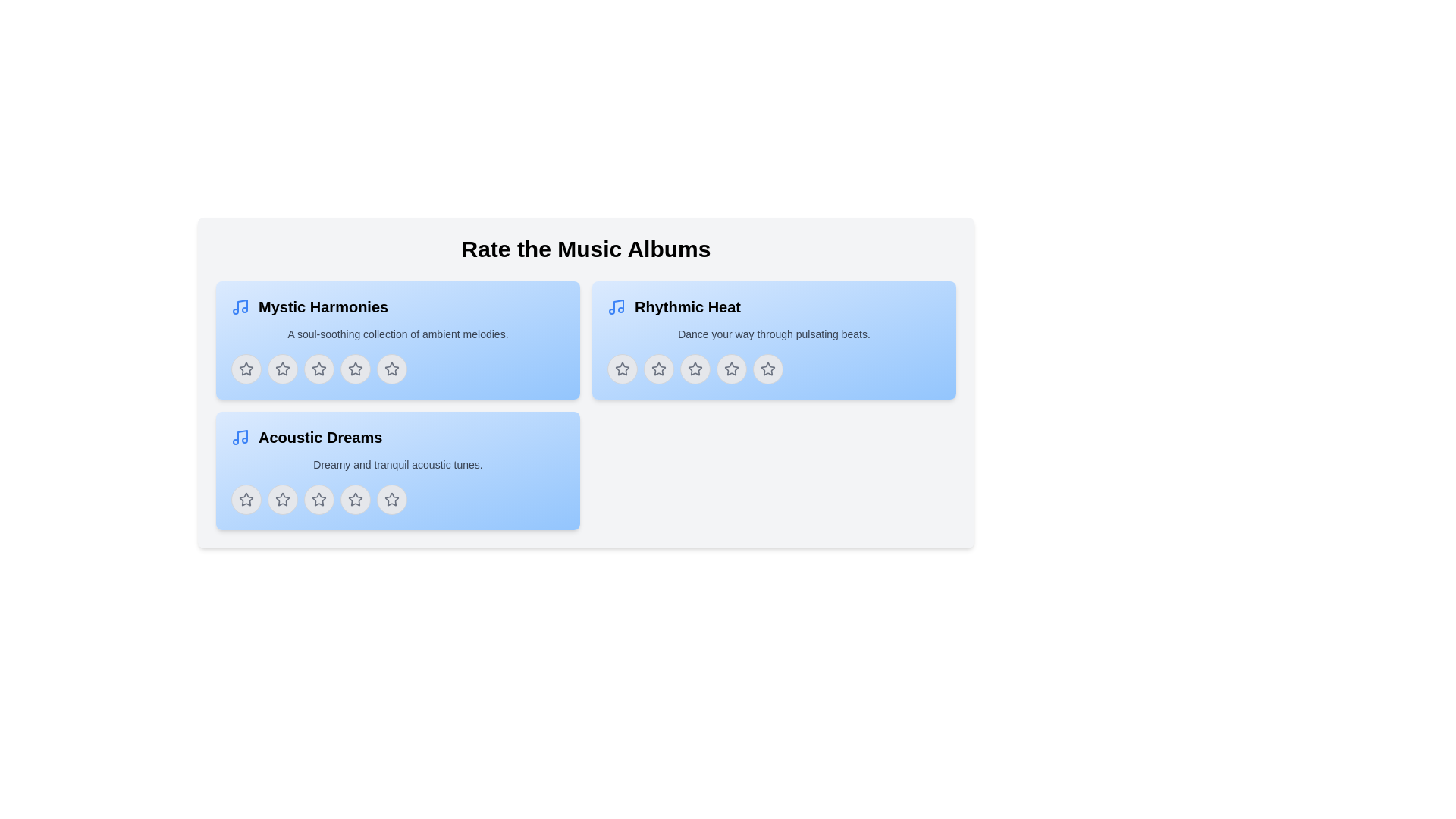  What do you see at coordinates (731, 369) in the screenshot?
I see `the circular button with a gray background and an outlined star icon` at bounding box center [731, 369].